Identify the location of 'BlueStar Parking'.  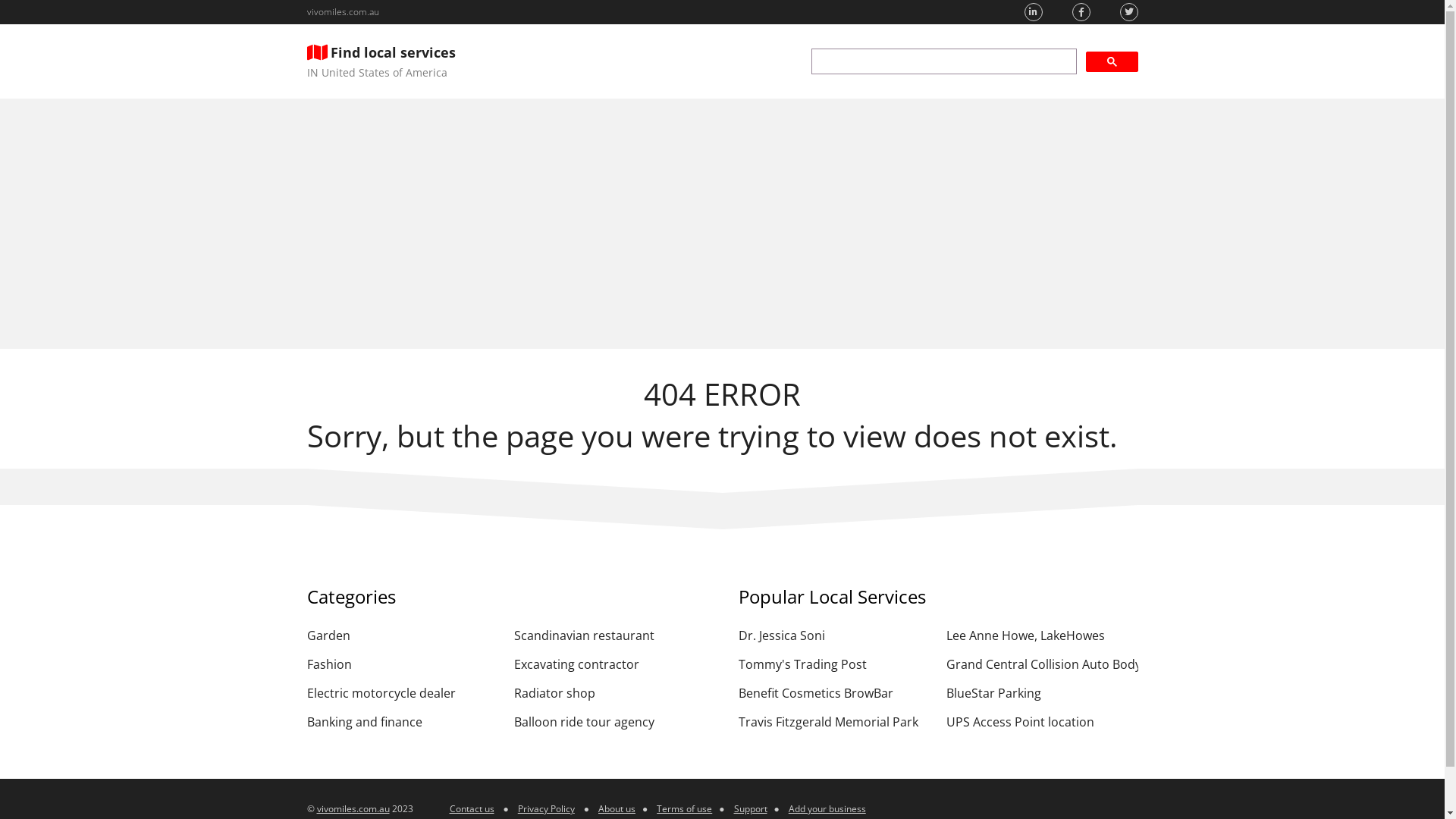
(1041, 693).